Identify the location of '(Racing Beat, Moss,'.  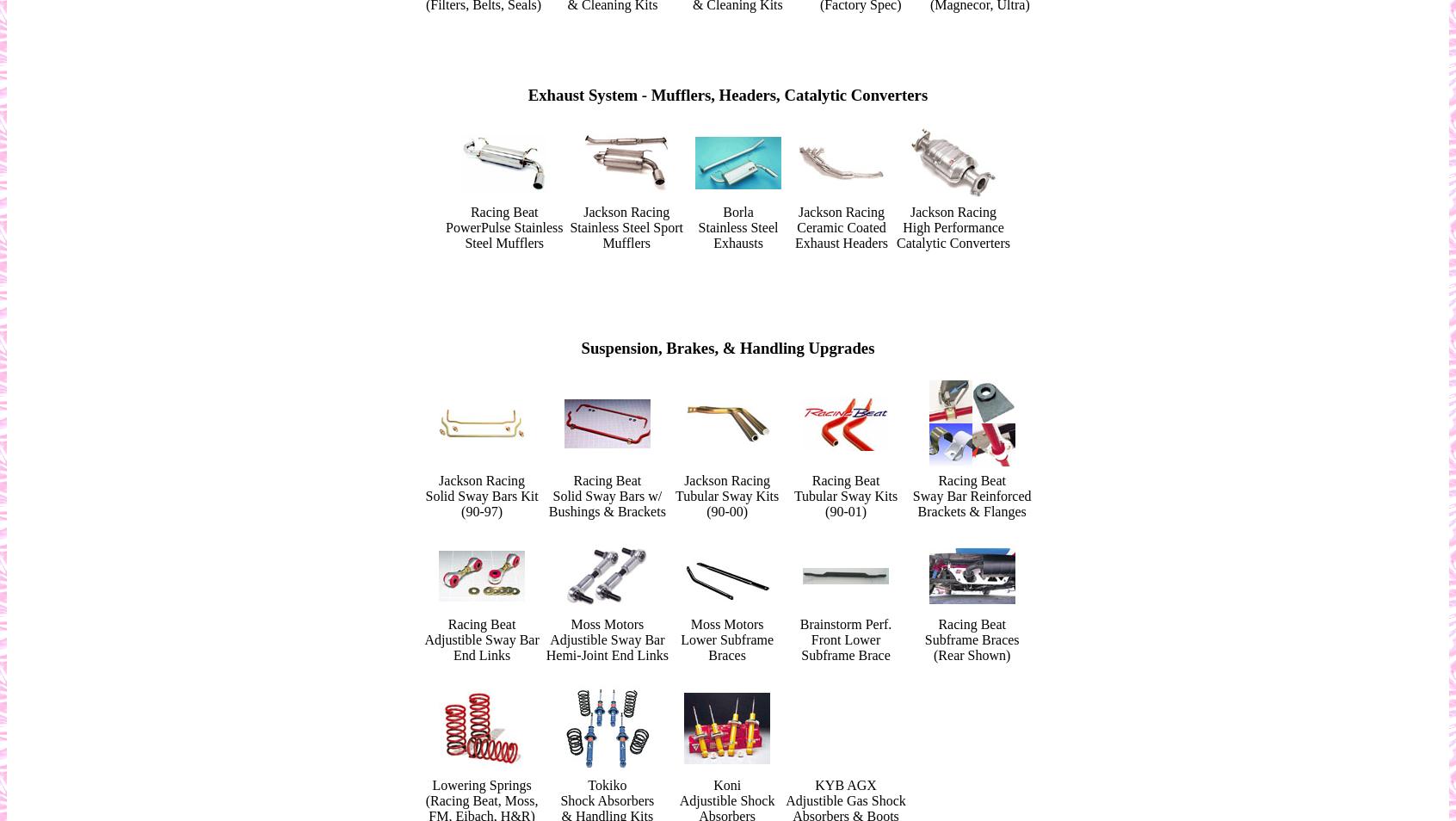
(481, 800).